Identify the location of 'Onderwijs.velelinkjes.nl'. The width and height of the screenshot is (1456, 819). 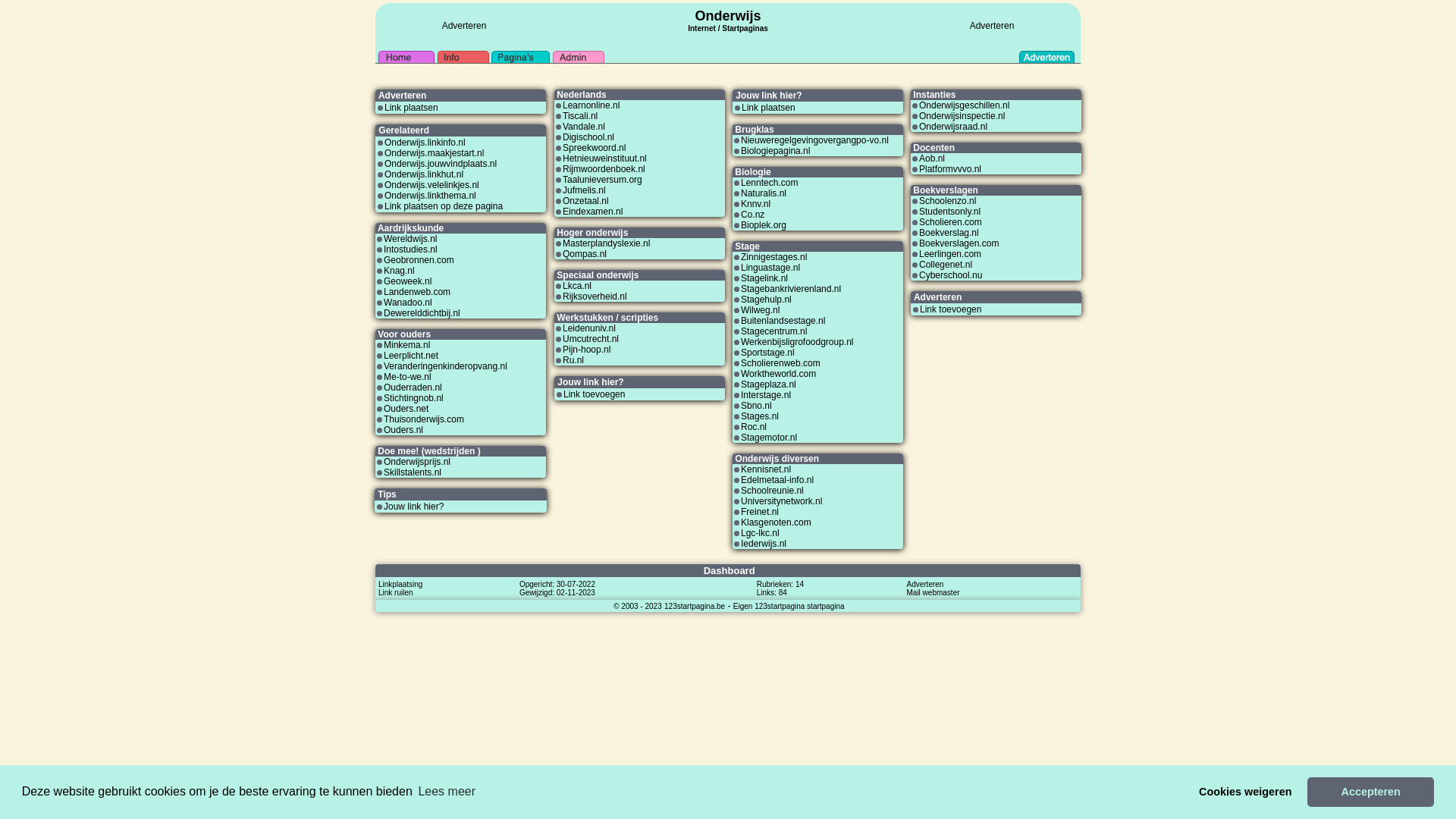
(431, 184).